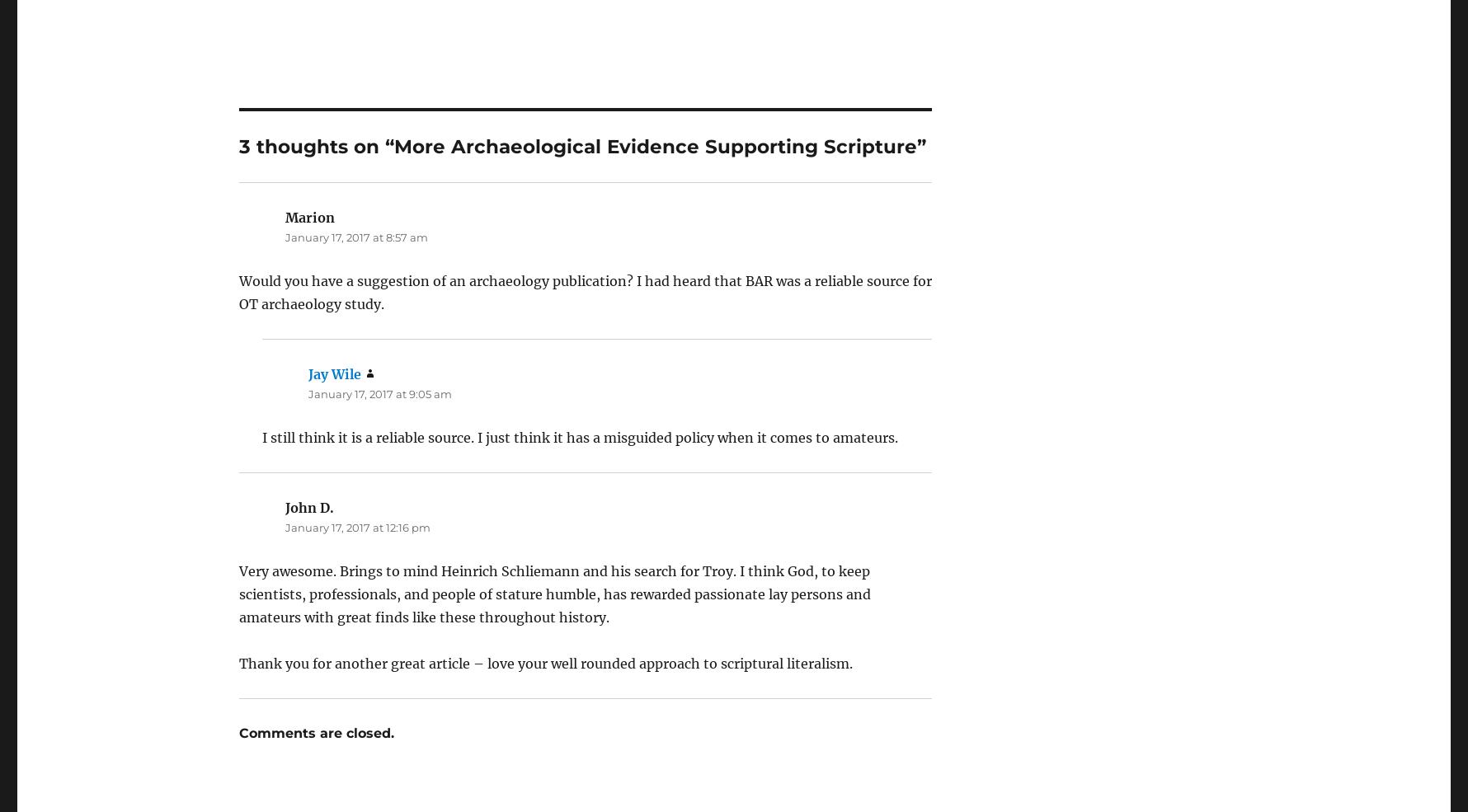  I want to click on 'January 17, 2017 at 8:57 am', so click(355, 190).